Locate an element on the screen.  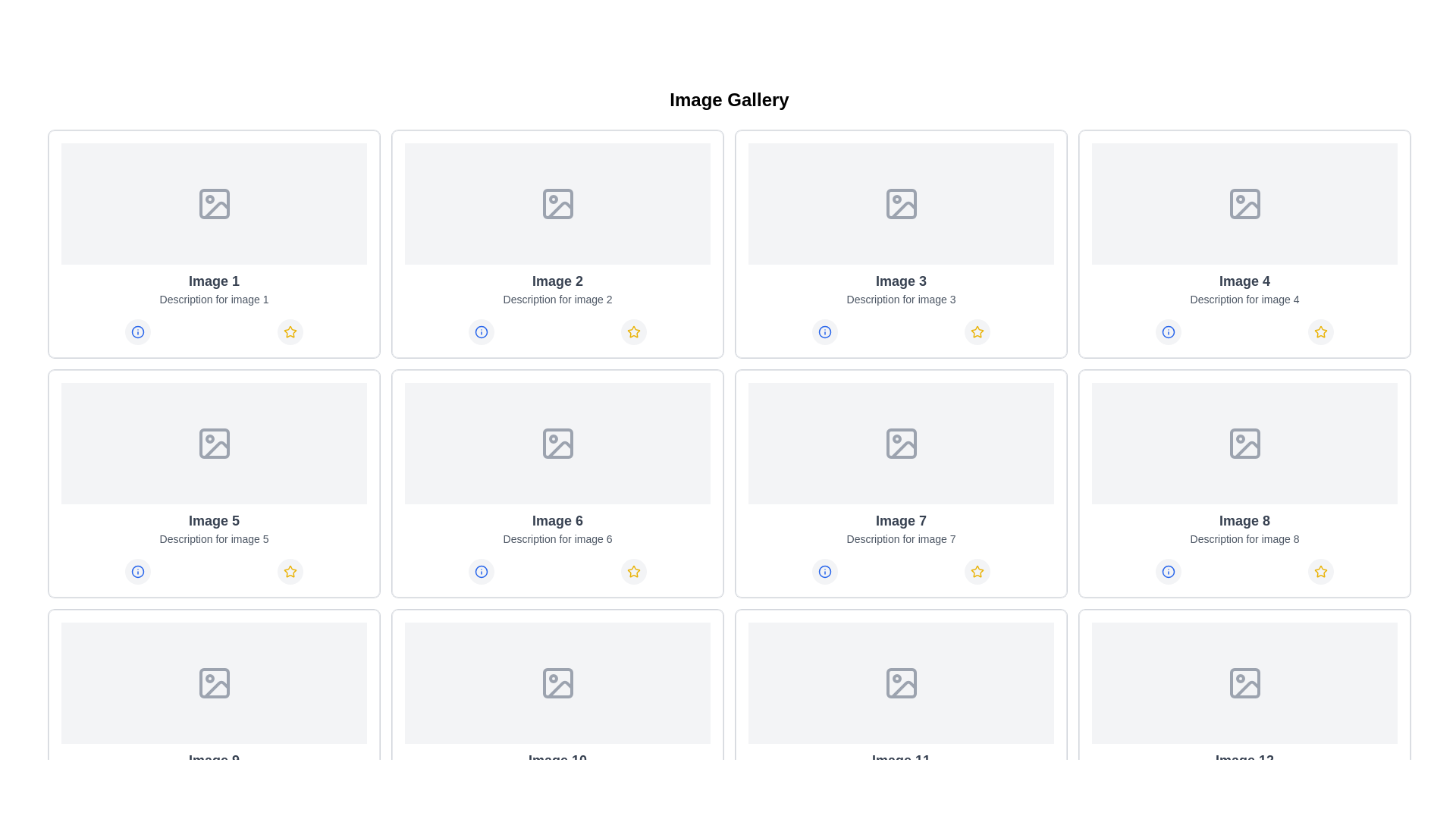
the mountain icon within the card labeled 'Image 6' is located at coordinates (557, 444).